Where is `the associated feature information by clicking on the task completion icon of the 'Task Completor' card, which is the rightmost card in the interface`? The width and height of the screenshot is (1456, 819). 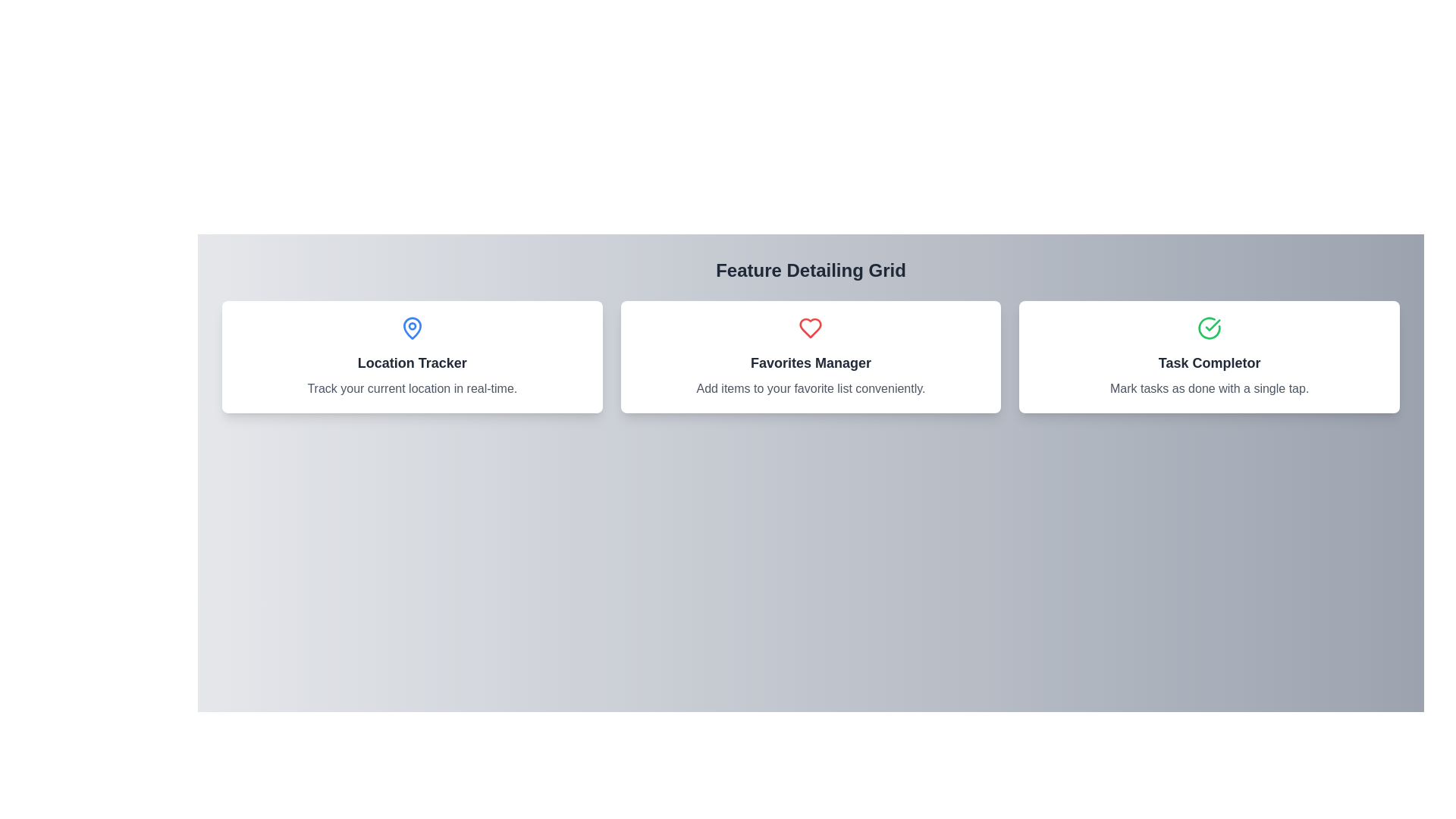 the associated feature information by clicking on the task completion icon of the 'Task Completor' card, which is the rightmost card in the interface is located at coordinates (1209, 327).